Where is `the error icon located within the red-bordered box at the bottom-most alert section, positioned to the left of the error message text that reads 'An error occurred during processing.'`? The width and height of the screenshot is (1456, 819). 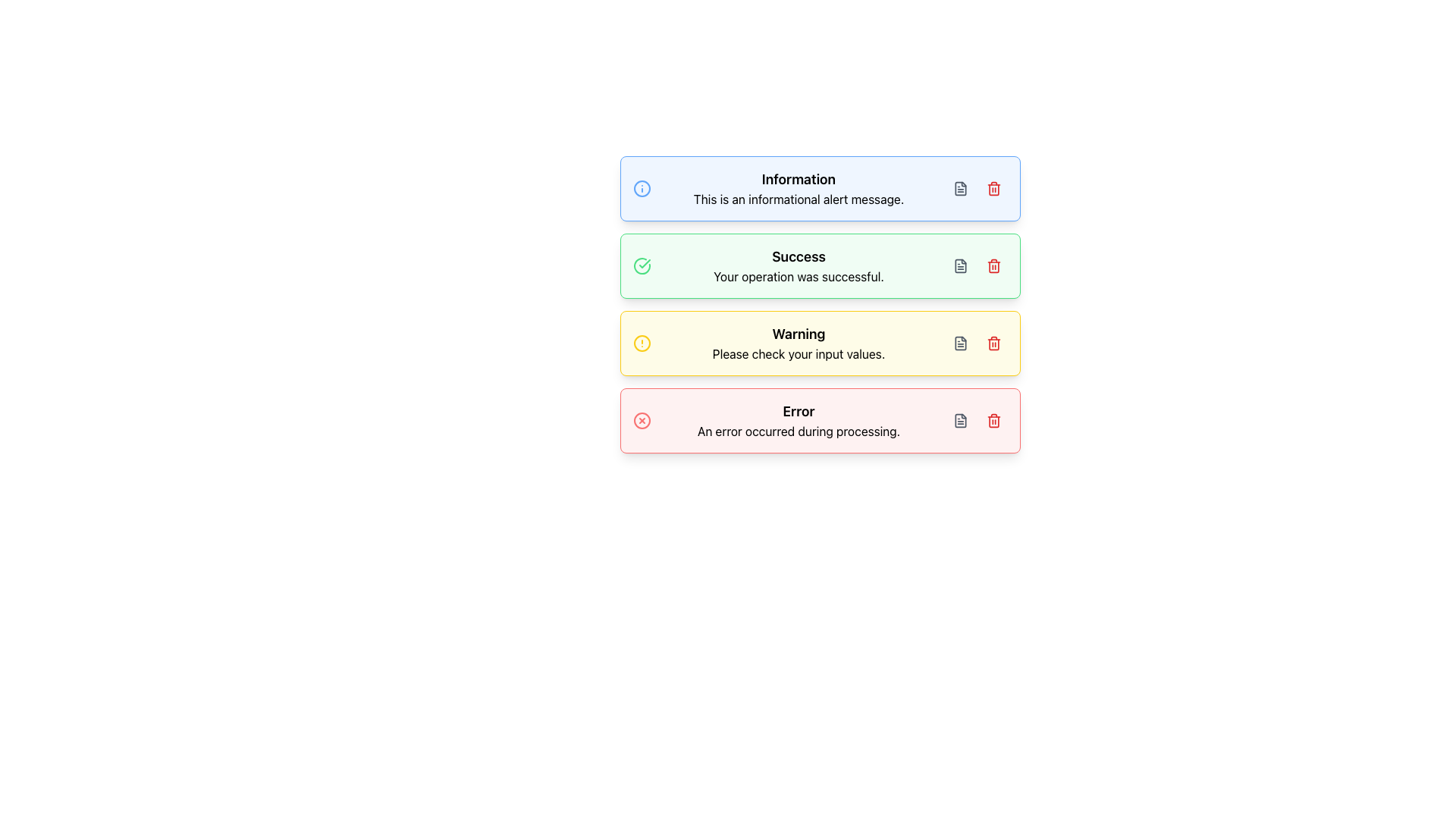 the error icon located within the red-bordered box at the bottom-most alert section, positioned to the left of the error message text that reads 'An error occurred during processing.' is located at coordinates (642, 421).